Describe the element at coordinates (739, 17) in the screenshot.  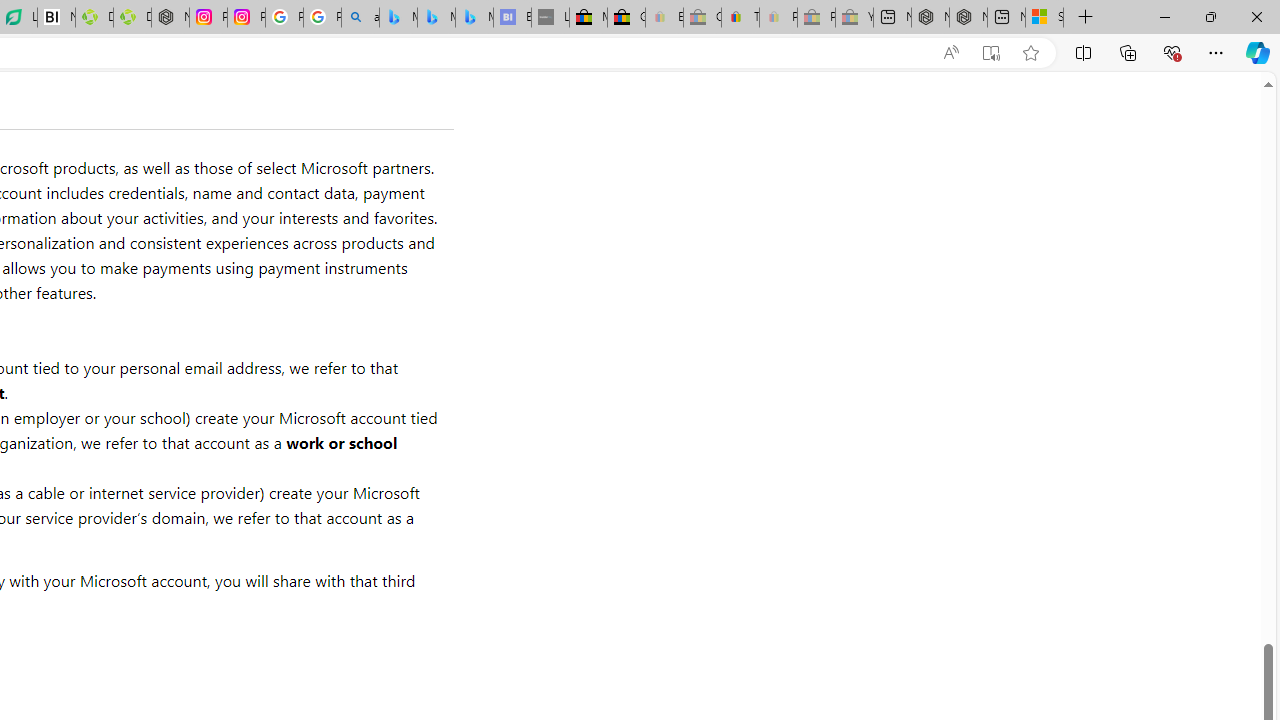
I see `'Threats and offensive language policy | eBay'` at that location.